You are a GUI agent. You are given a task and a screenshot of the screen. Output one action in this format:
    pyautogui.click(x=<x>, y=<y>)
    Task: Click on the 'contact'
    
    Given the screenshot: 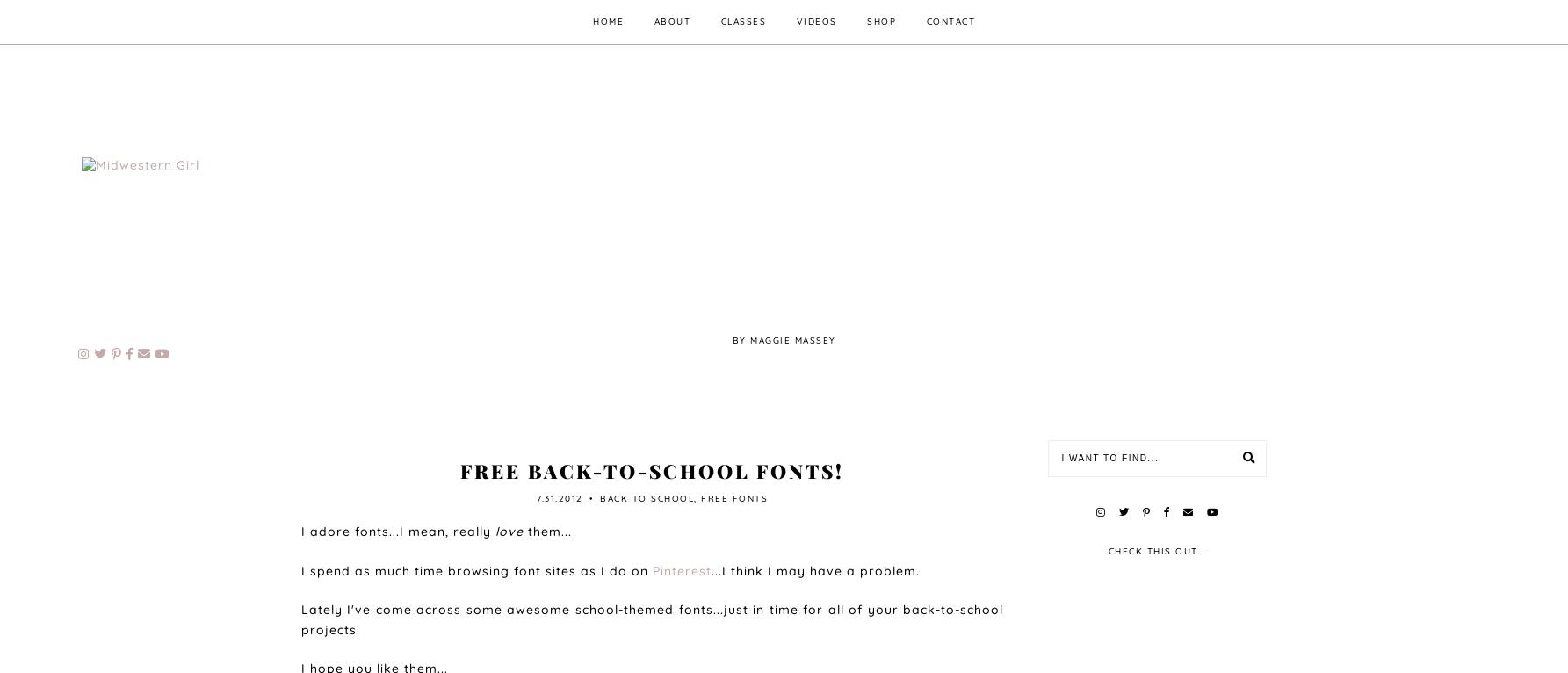 What is the action you would take?
    pyautogui.click(x=926, y=20)
    